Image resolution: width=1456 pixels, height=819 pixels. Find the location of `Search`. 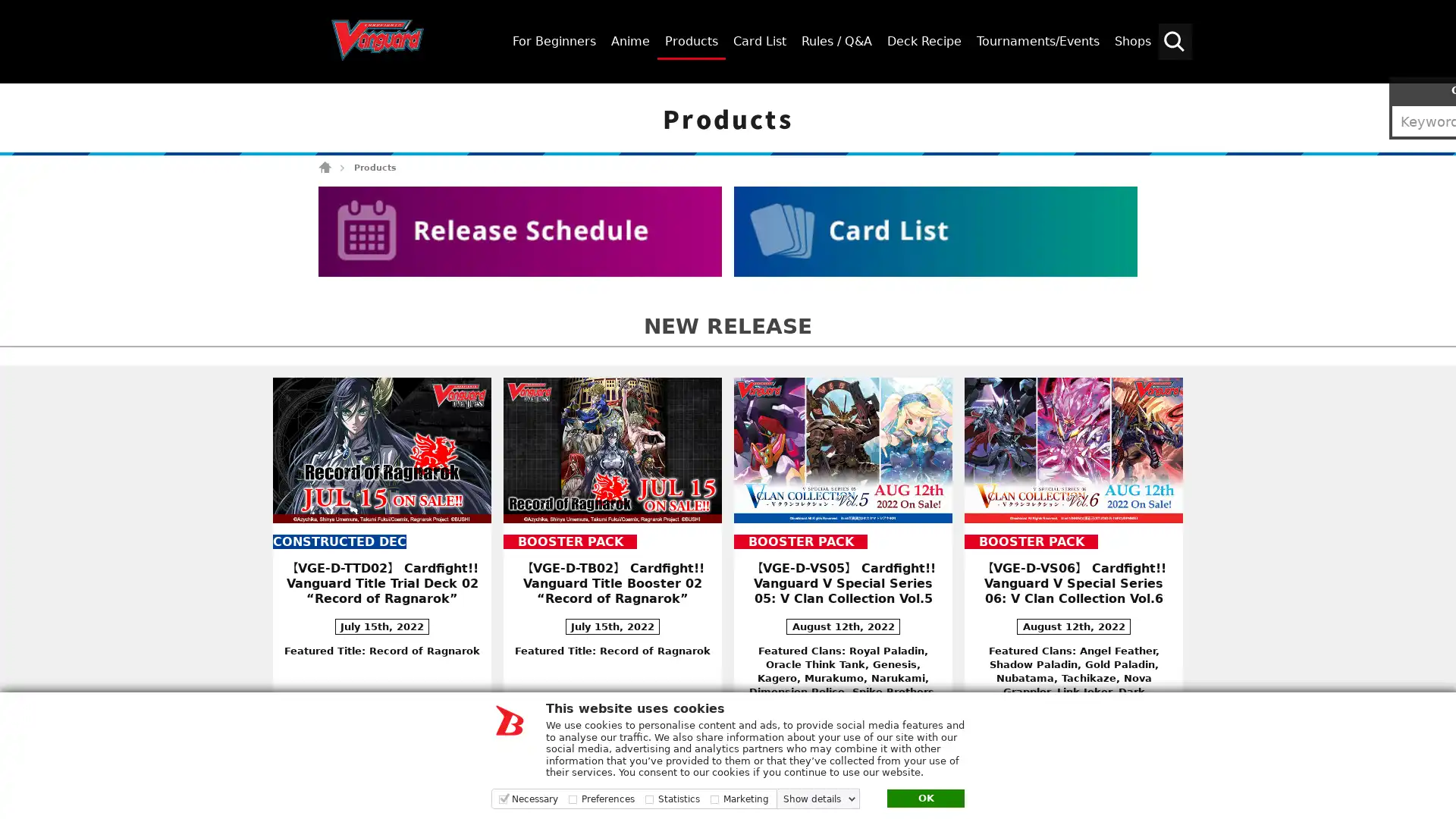

Search is located at coordinates (1437, 96).